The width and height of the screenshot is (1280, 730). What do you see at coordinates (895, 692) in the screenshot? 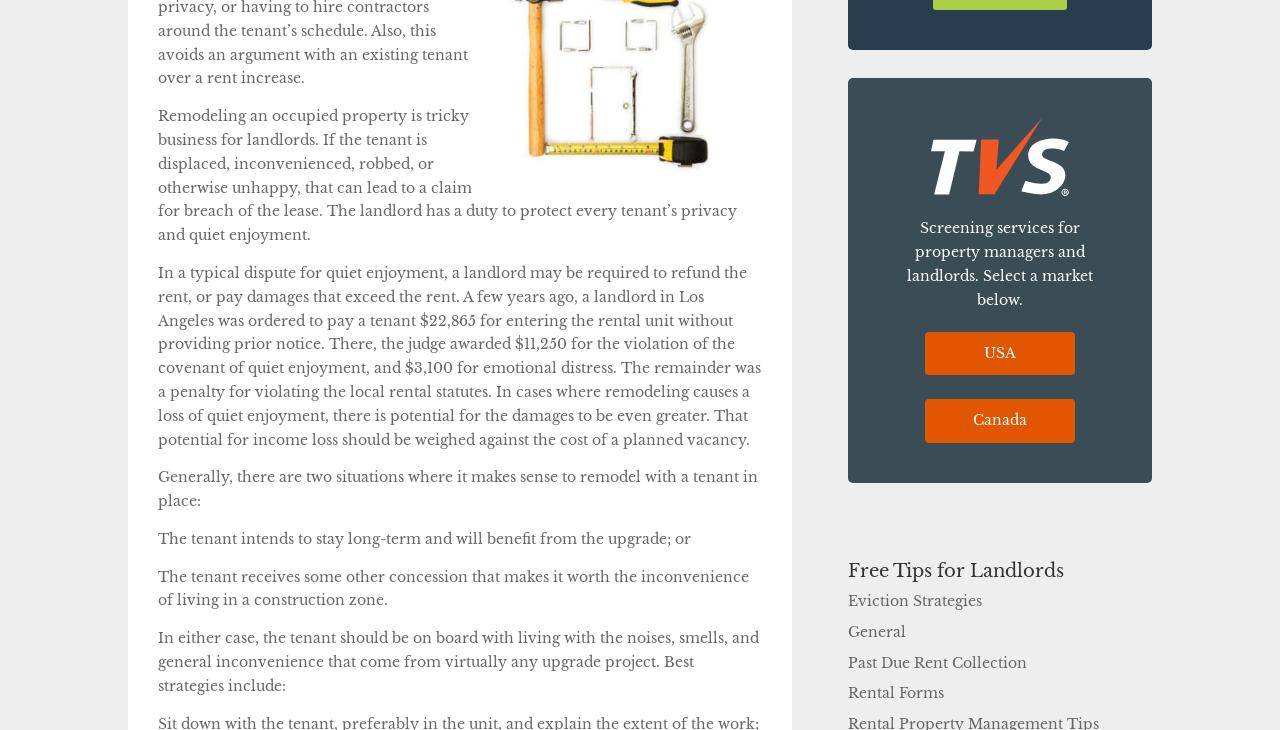
I see `'Rental Forms'` at bounding box center [895, 692].